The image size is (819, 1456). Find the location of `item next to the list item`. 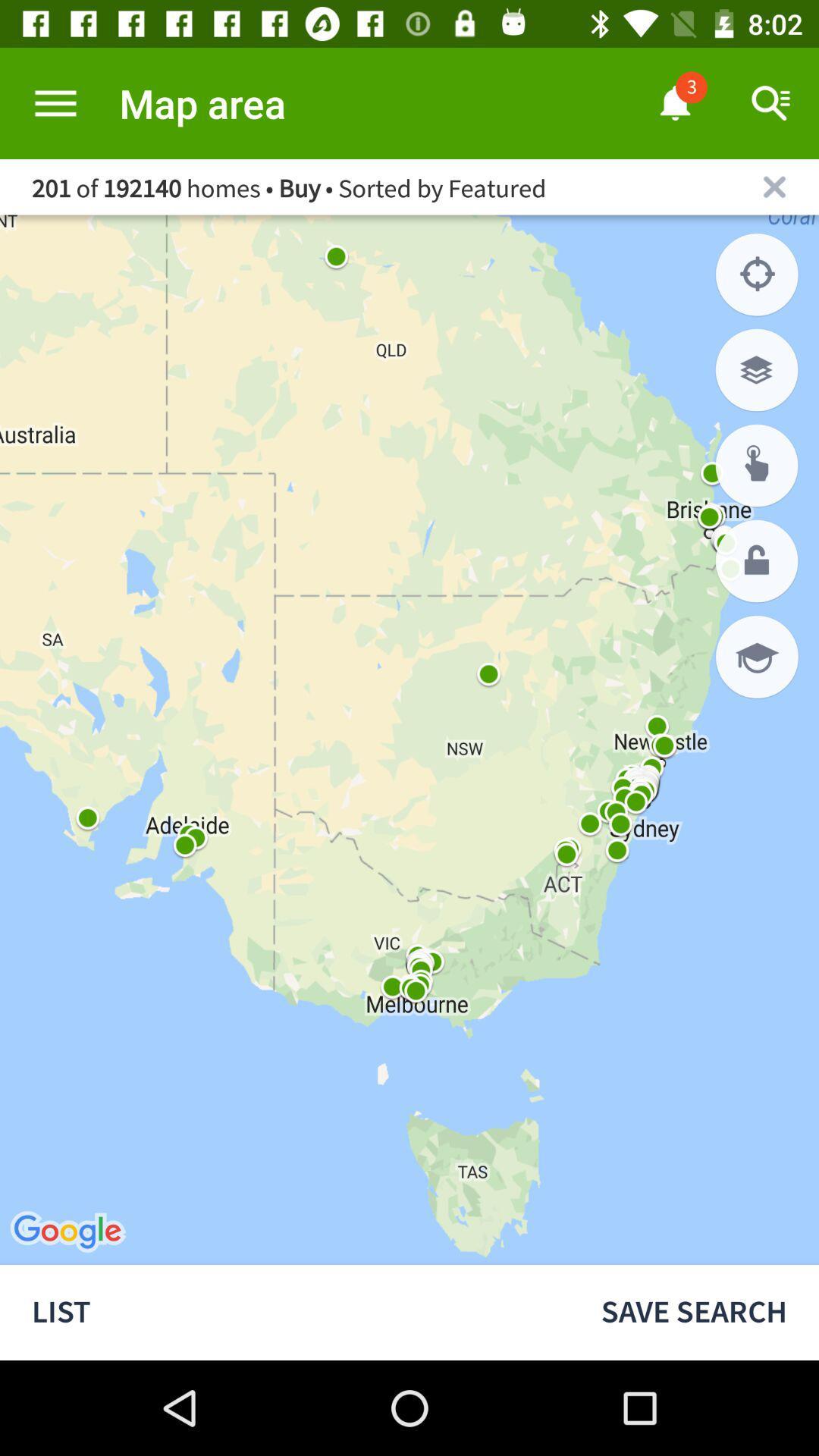

item next to the list item is located at coordinates (694, 1312).